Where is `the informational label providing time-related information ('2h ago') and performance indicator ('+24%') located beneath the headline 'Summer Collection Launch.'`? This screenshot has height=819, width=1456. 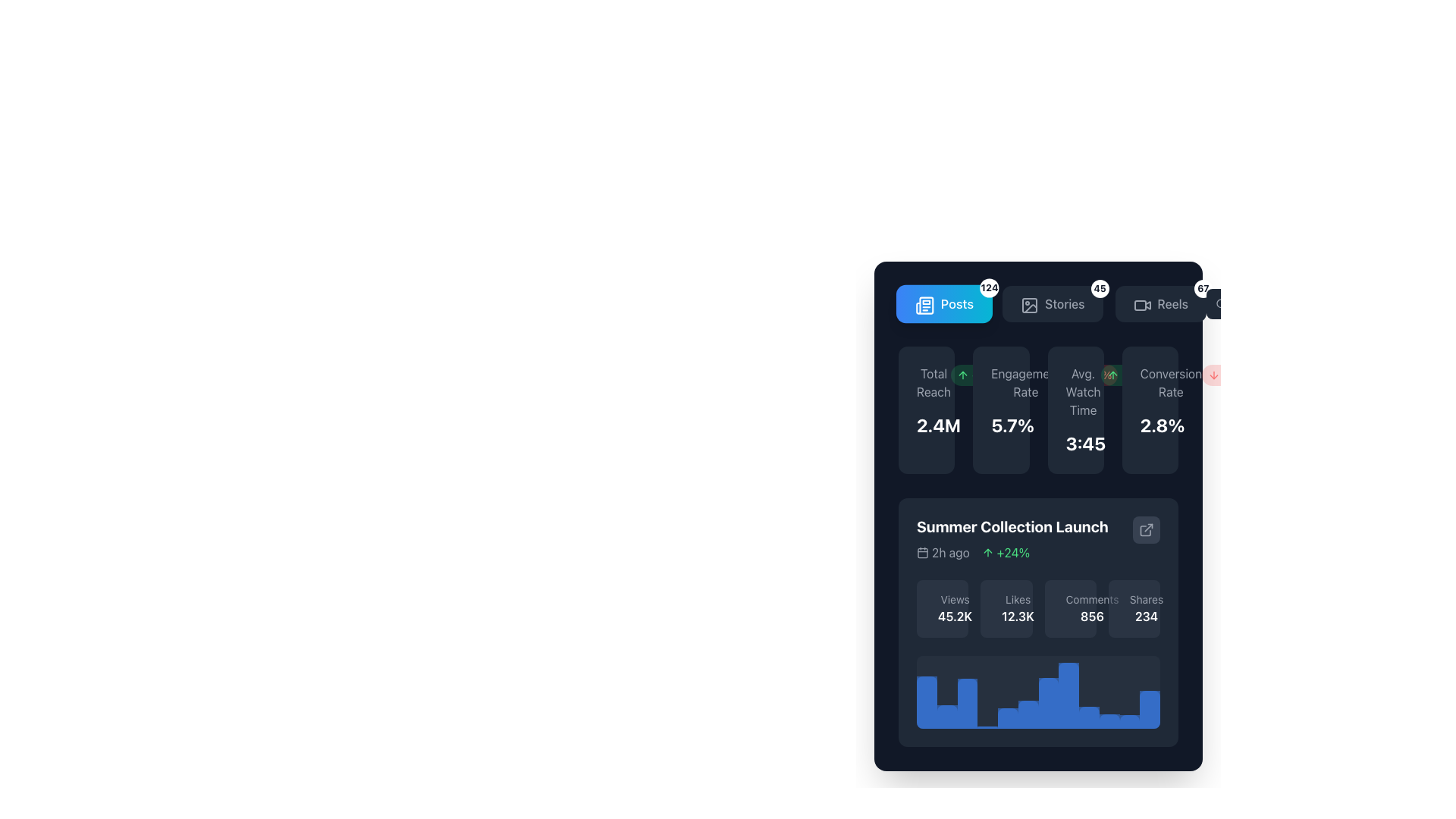
the informational label providing time-related information ('2h ago') and performance indicator ('+24%') located beneath the headline 'Summer Collection Launch.' is located at coordinates (1012, 553).